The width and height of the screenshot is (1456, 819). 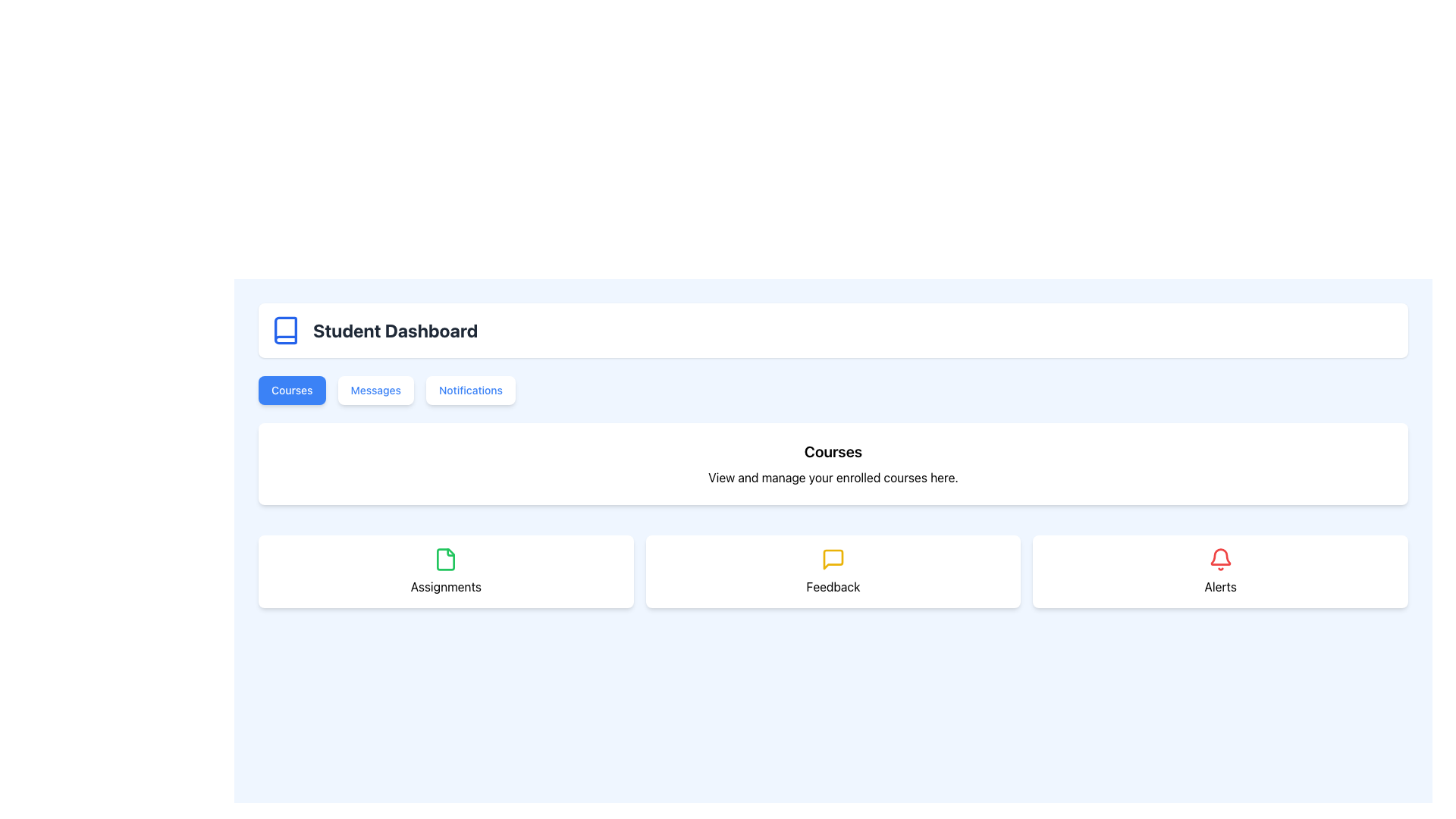 What do you see at coordinates (833, 559) in the screenshot?
I see `the yellow speech bubble icon representing messages or notifications, located in the center of the Feedback card in the second row under the Courses section` at bounding box center [833, 559].